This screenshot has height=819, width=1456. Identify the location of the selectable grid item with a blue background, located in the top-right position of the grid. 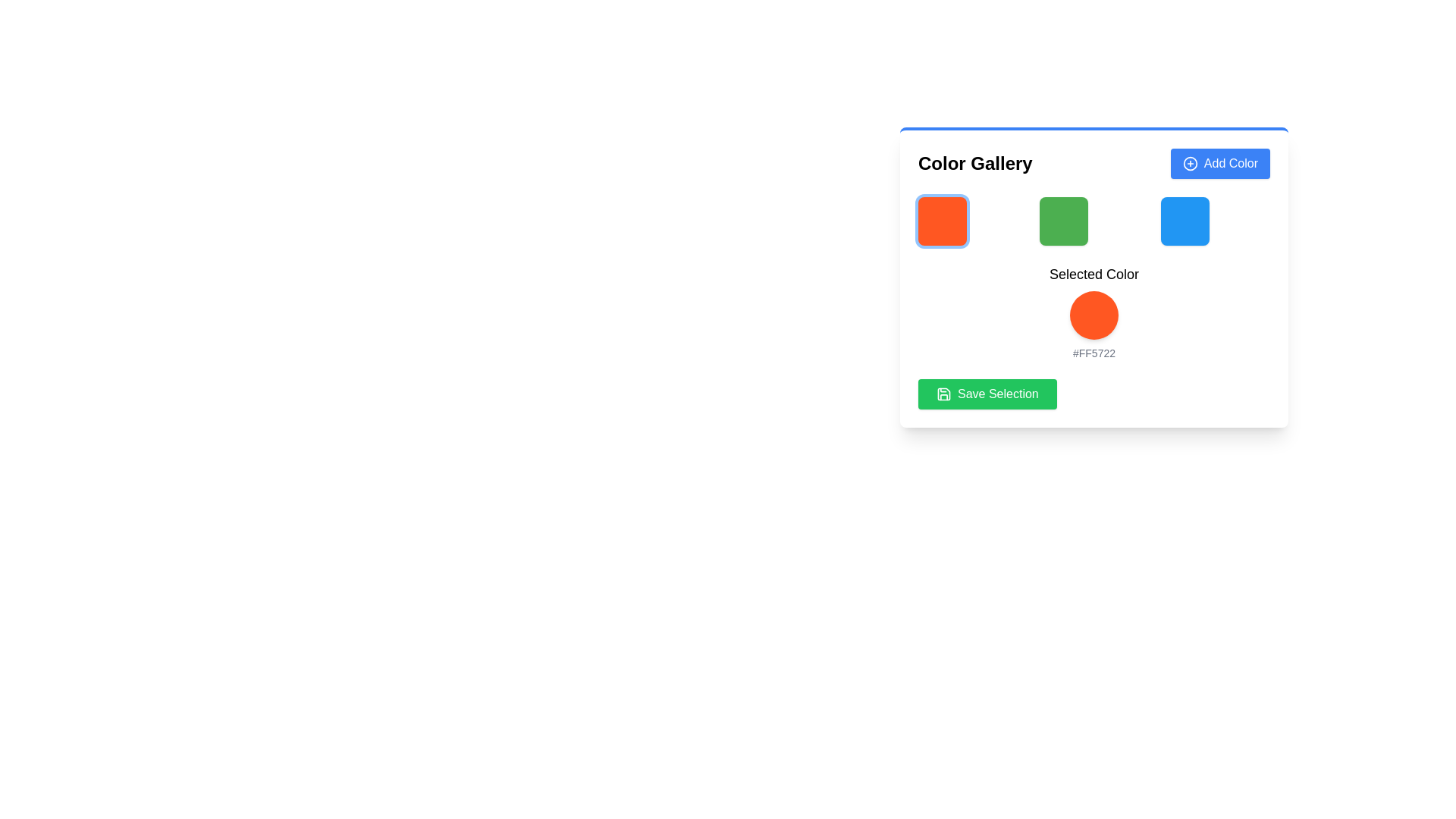
(1185, 221).